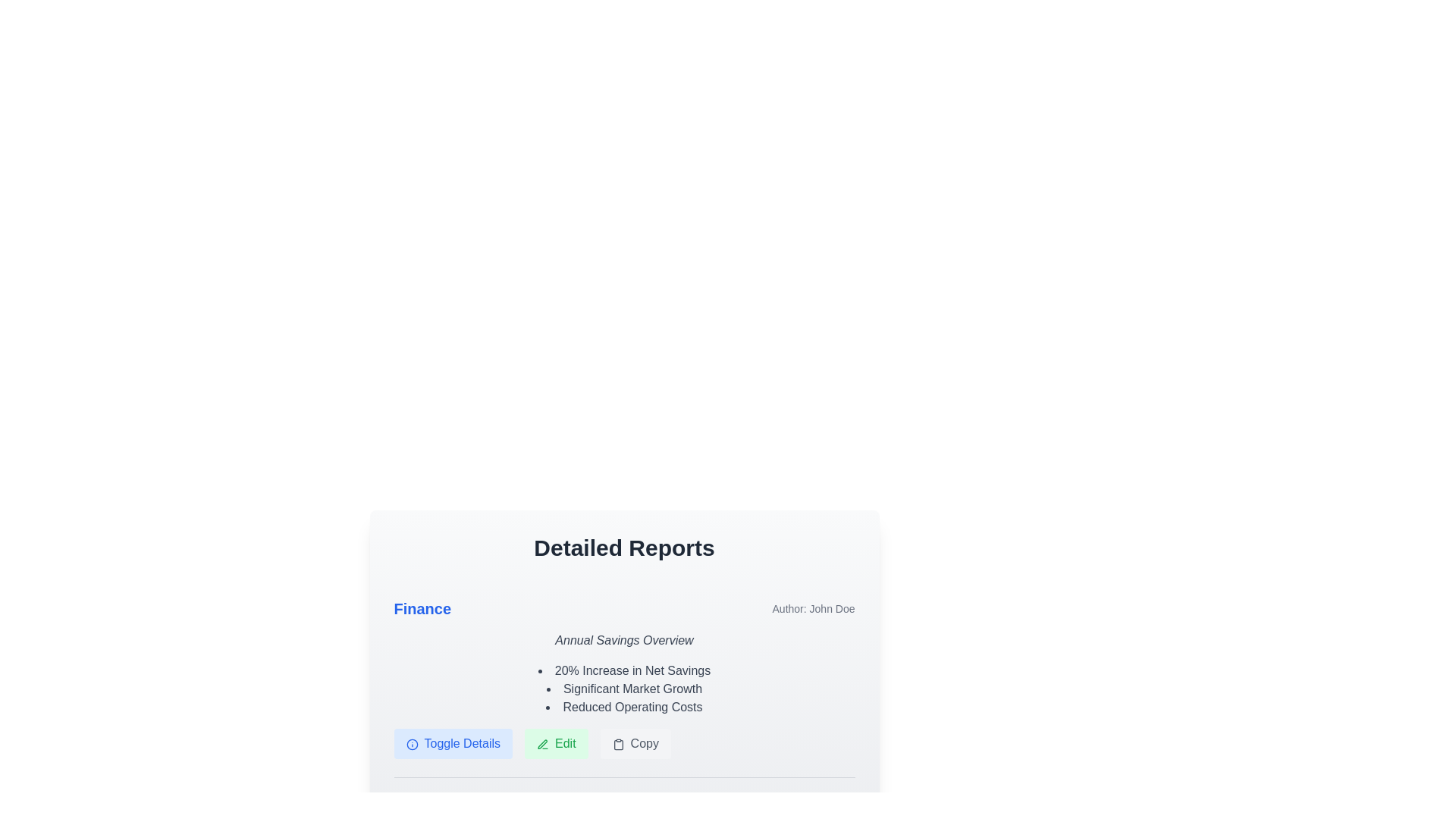  I want to click on the text label that provides a descriptive title for the report section, positioned below the 'Finance' title and above the bullet points detailing savings improvements, so click(624, 640).